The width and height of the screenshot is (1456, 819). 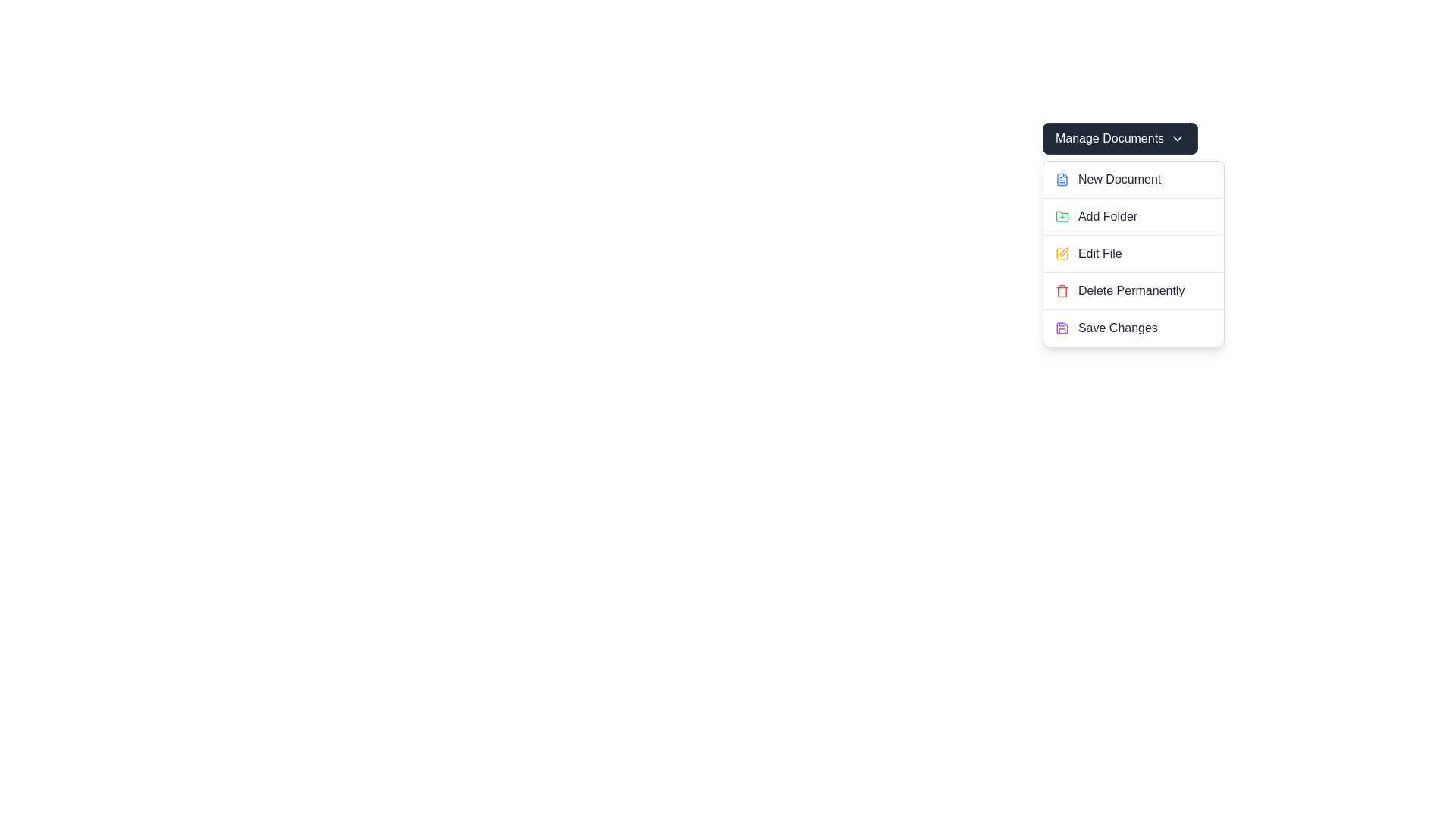 I want to click on the edit option in the dropdown menu for managing documents, so click(x=1133, y=253).